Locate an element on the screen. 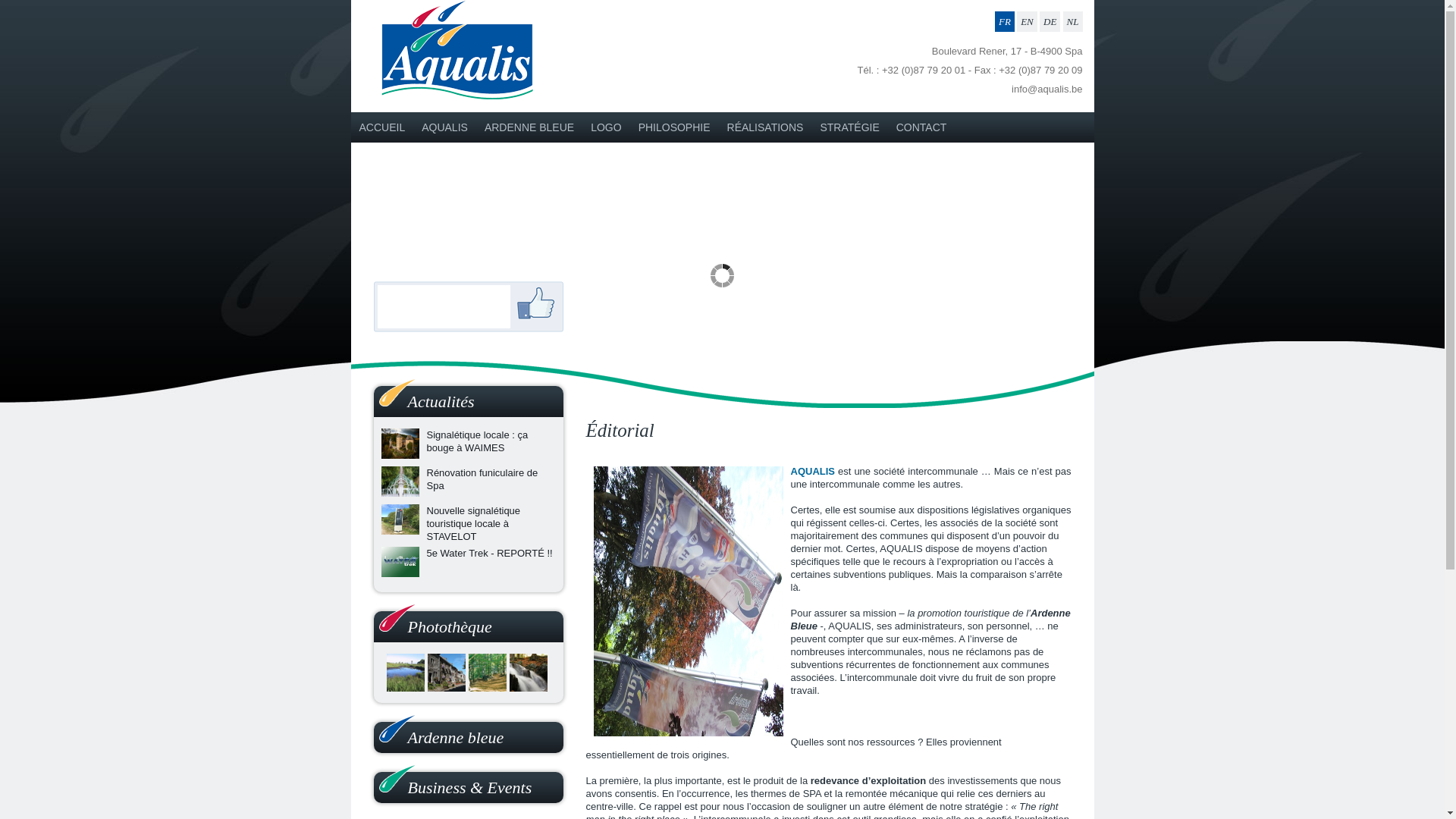 The image size is (1456, 819). 'ARDENNE BLEUE' is located at coordinates (529, 127).